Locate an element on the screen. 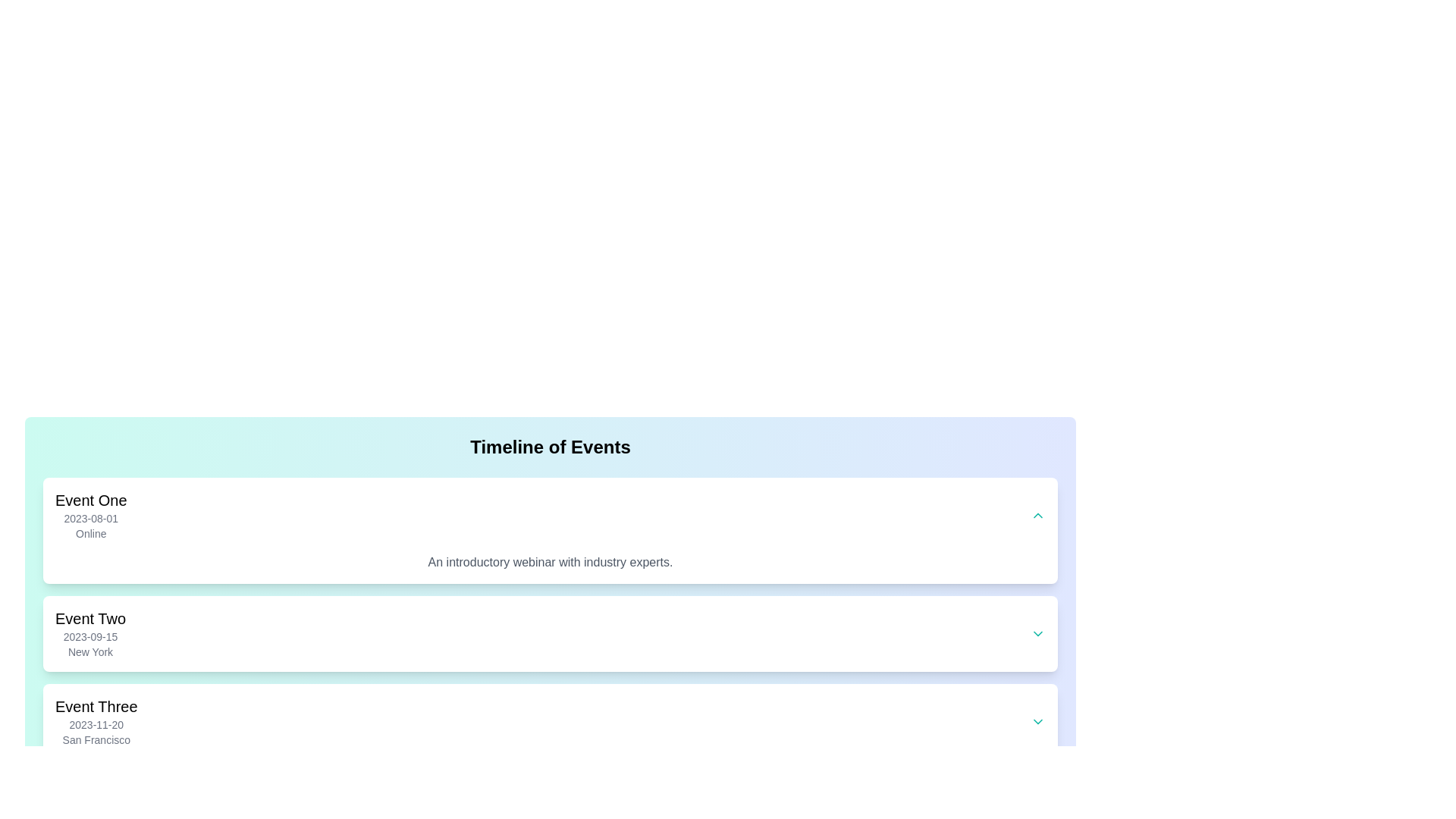 This screenshot has width=1456, height=819. the text label displaying '2023-11-20', which is styled in gray and positioned below 'Event Three' and above 'San Francisco' is located at coordinates (96, 724).